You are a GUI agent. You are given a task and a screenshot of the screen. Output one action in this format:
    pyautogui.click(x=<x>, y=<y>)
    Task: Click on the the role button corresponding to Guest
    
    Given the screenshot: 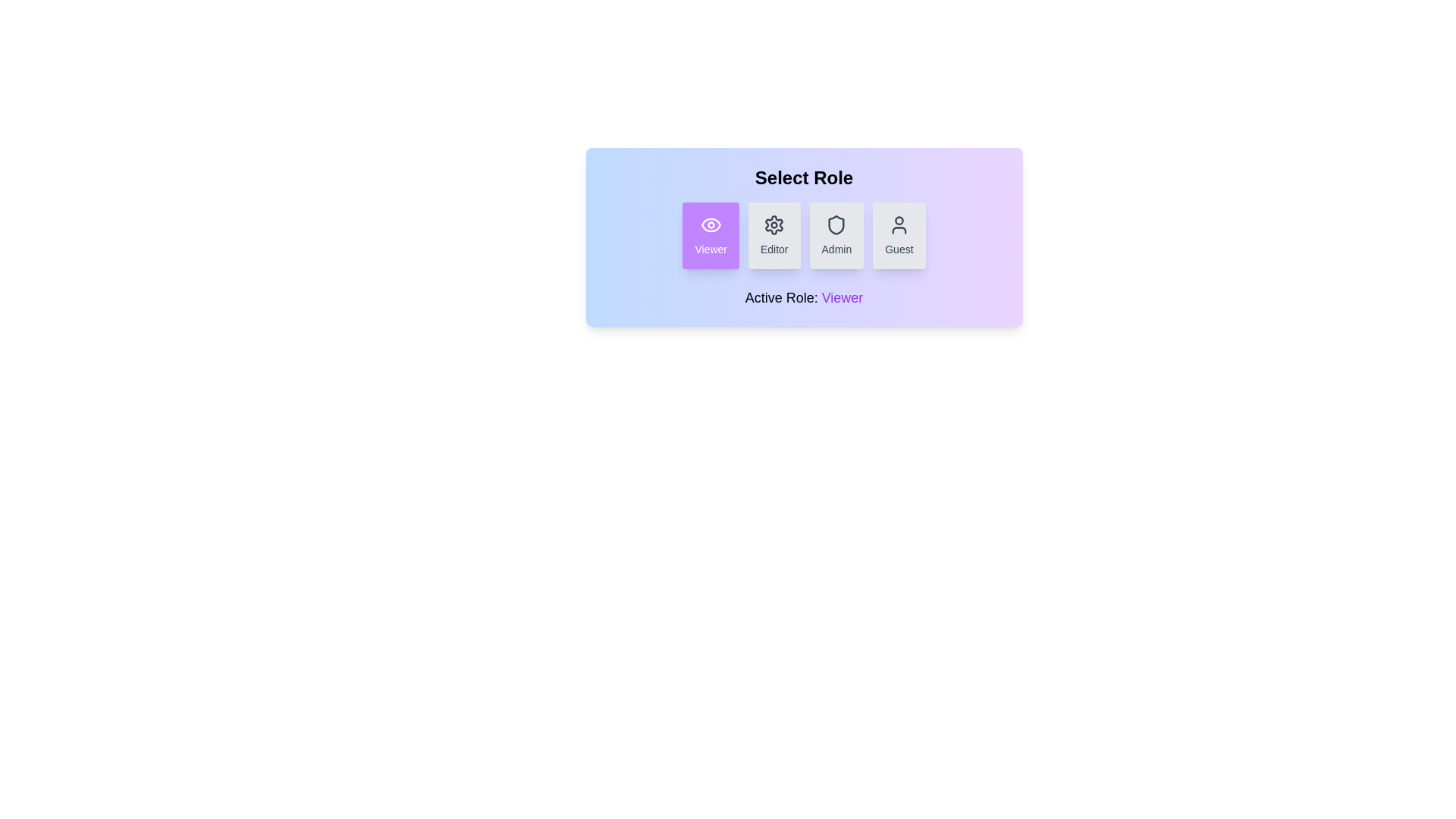 What is the action you would take?
    pyautogui.click(x=899, y=236)
    